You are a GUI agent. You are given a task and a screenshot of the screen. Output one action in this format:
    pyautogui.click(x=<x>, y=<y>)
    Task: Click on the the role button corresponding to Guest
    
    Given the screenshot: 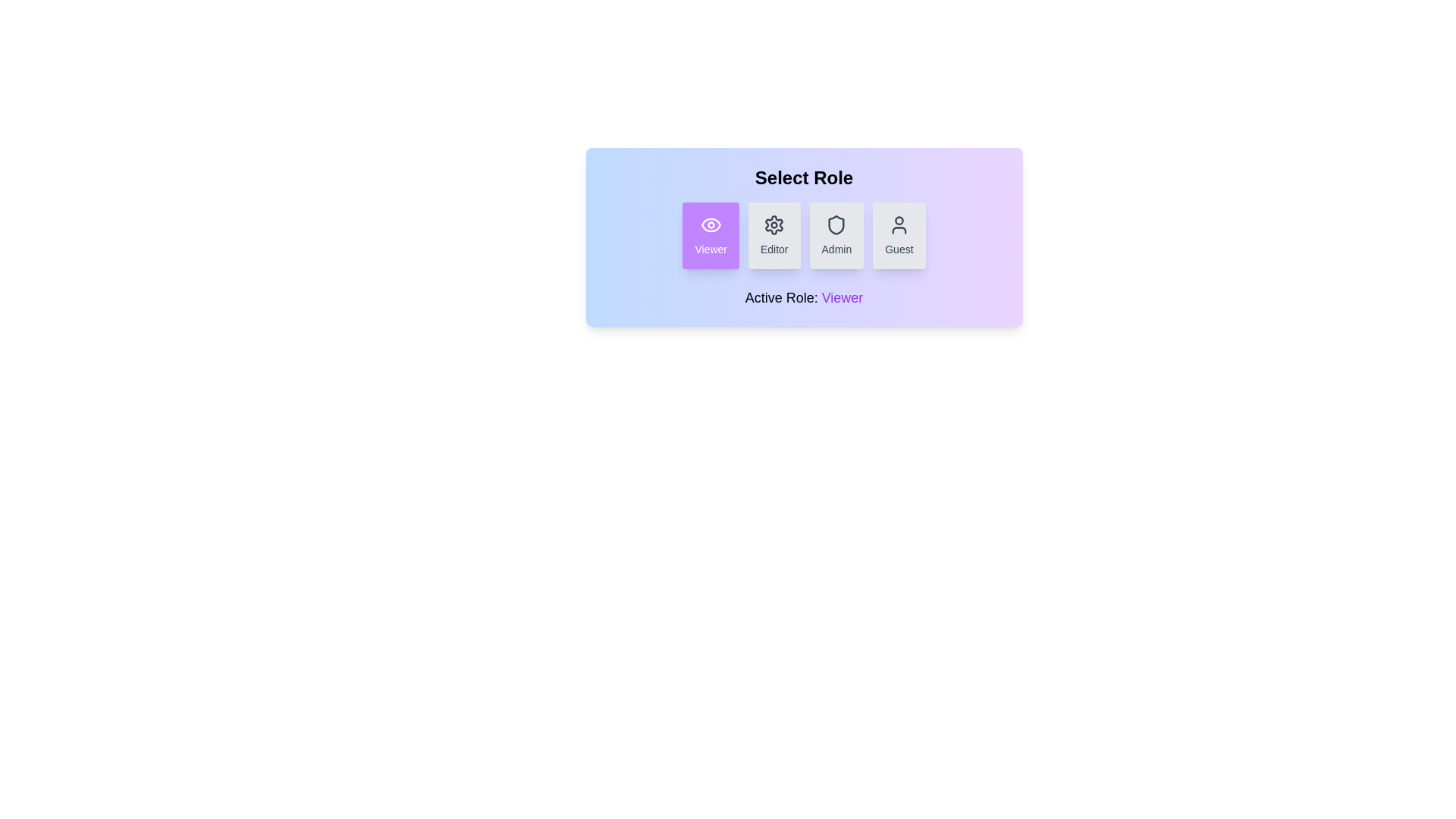 What is the action you would take?
    pyautogui.click(x=899, y=236)
    